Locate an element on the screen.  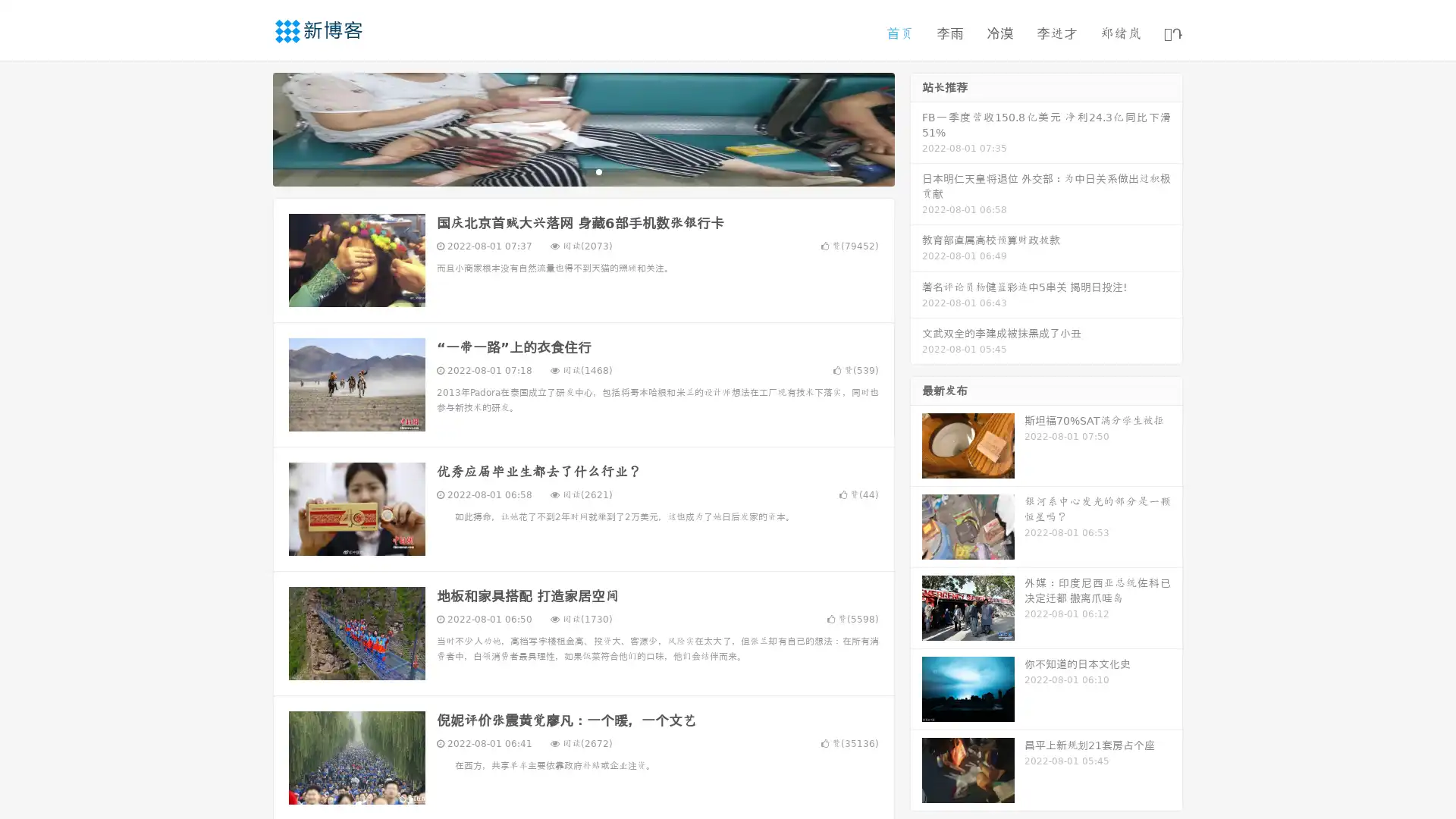
Go to slide 1 is located at coordinates (567, 171).